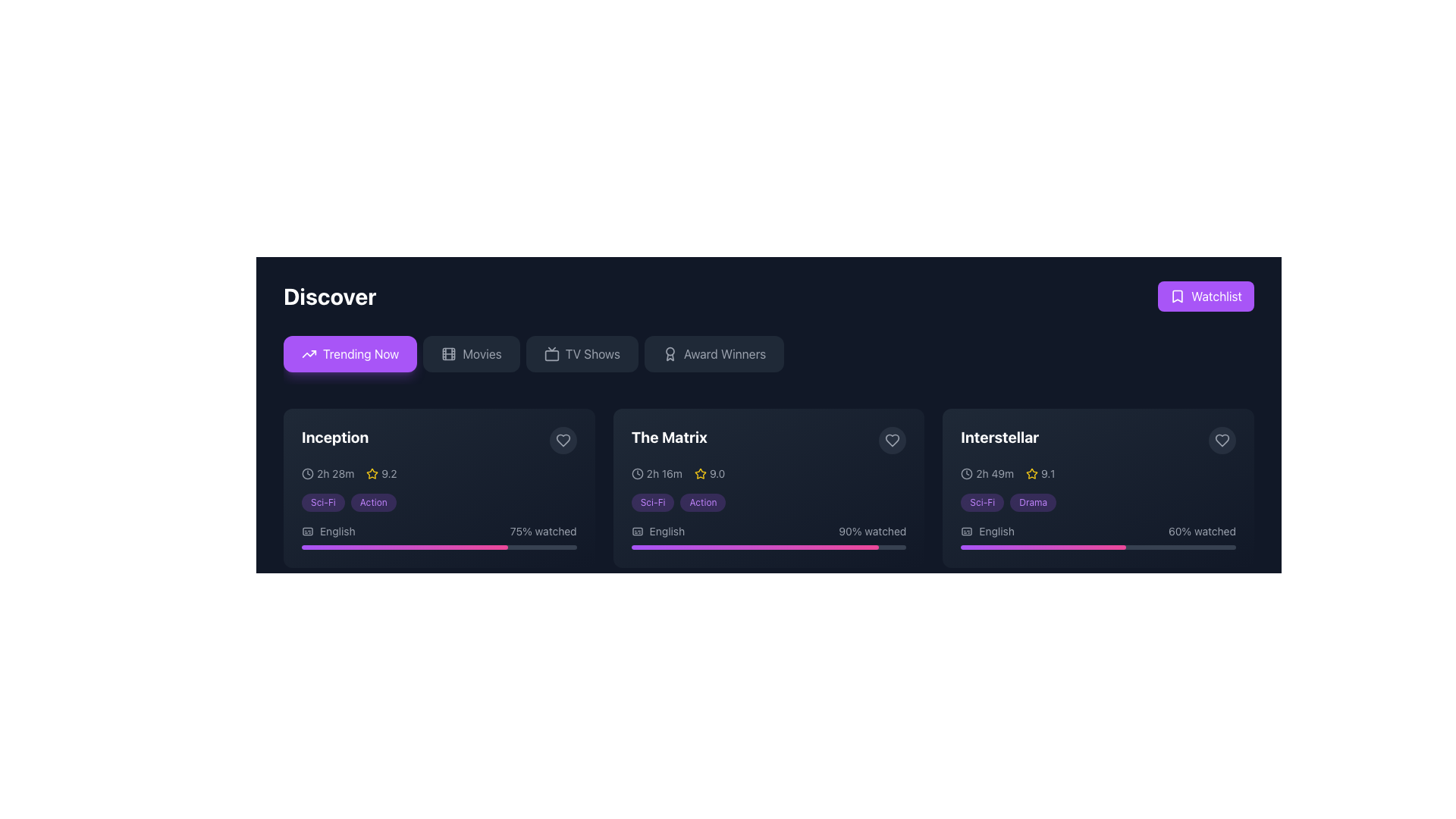  I want to click on the yellow outlined star icon that precedes the numeric rating '9.2' for the movie 'Inception' in the UI section highlighting ratings, so click(372, 472).